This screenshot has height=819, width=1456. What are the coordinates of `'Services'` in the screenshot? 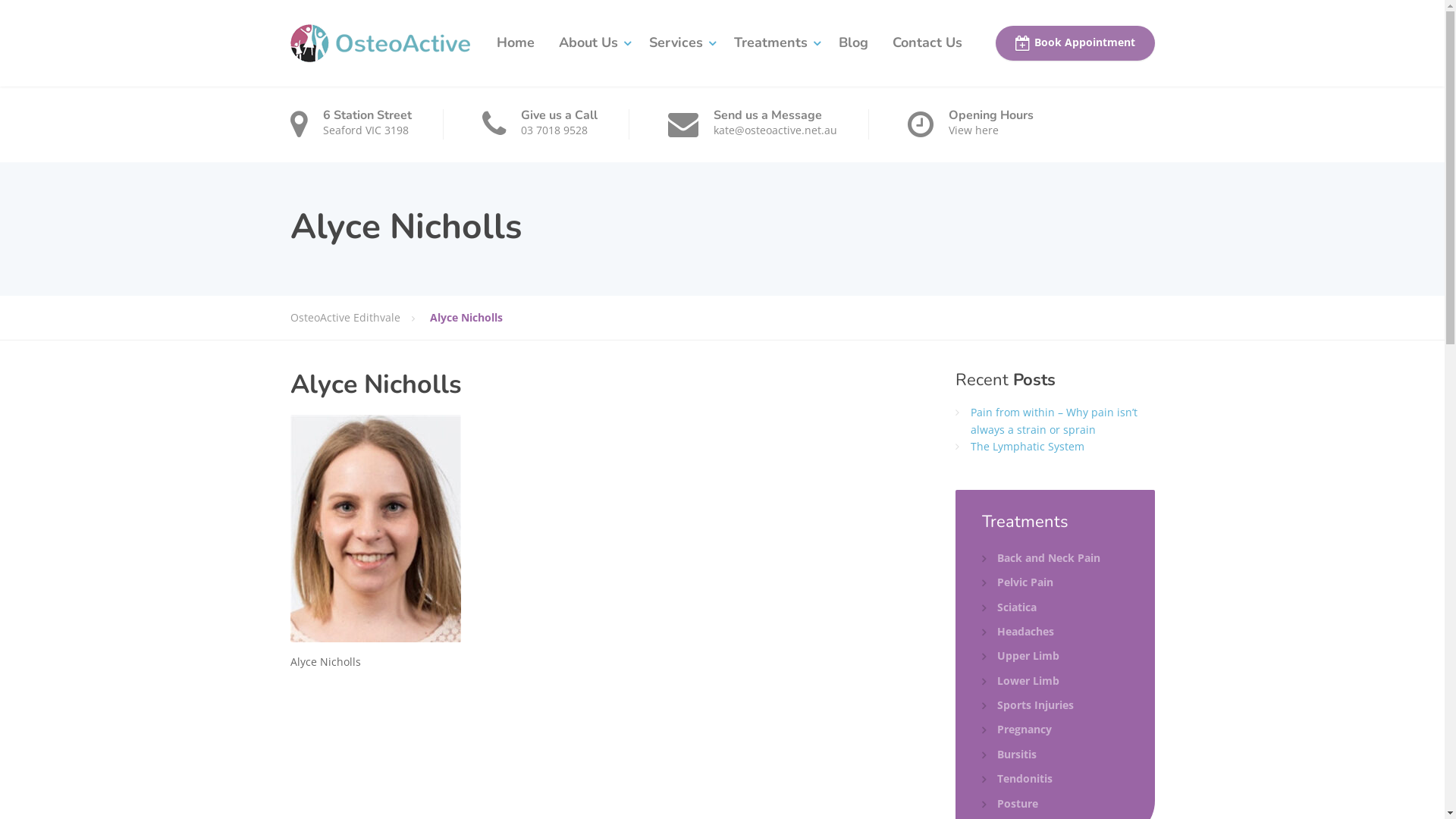 It's located at (679, 42).